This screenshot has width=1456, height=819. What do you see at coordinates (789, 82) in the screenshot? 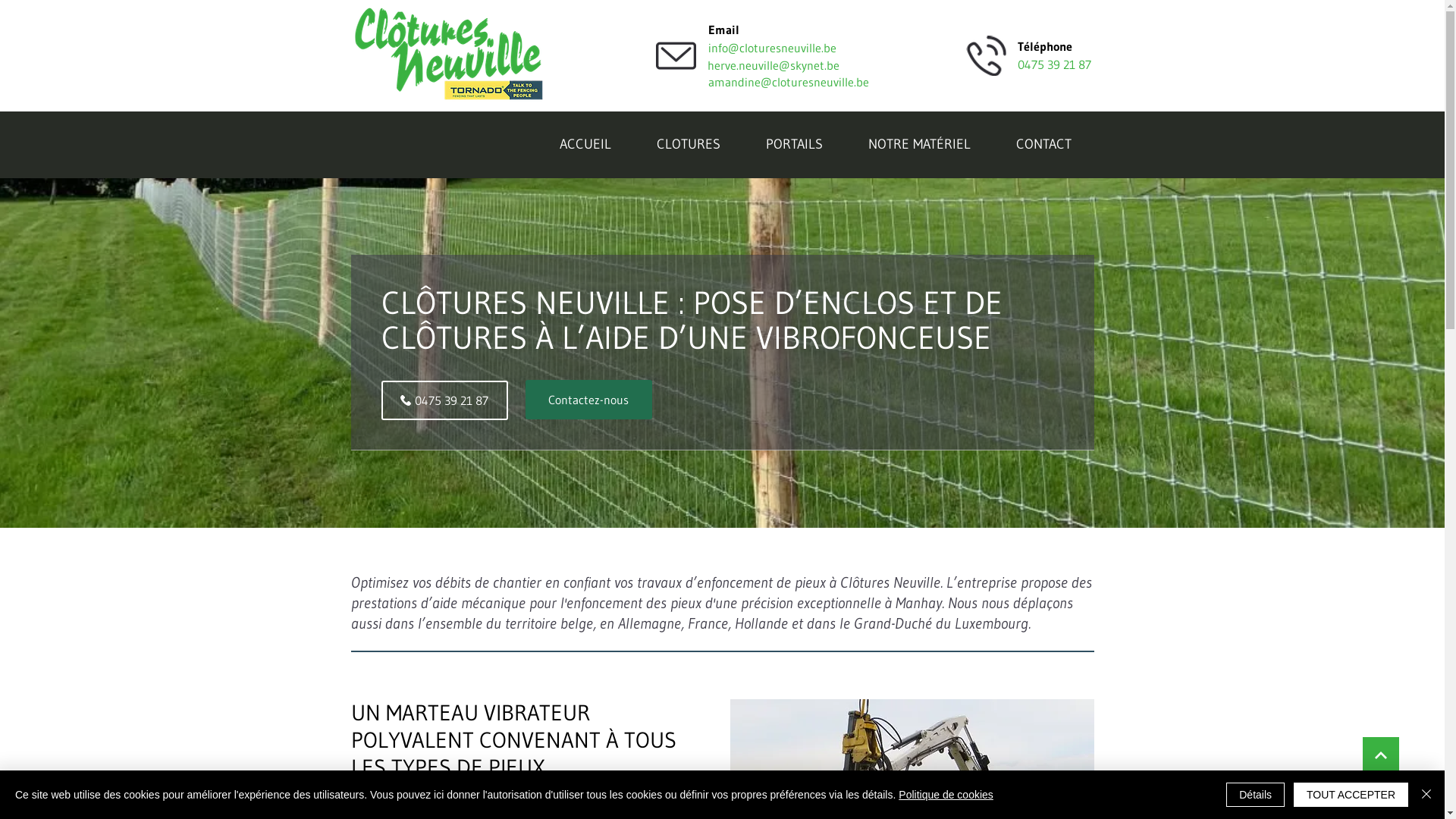
I see `'amandine@cloturesneuville.be'` at bounding box center [789, 82].